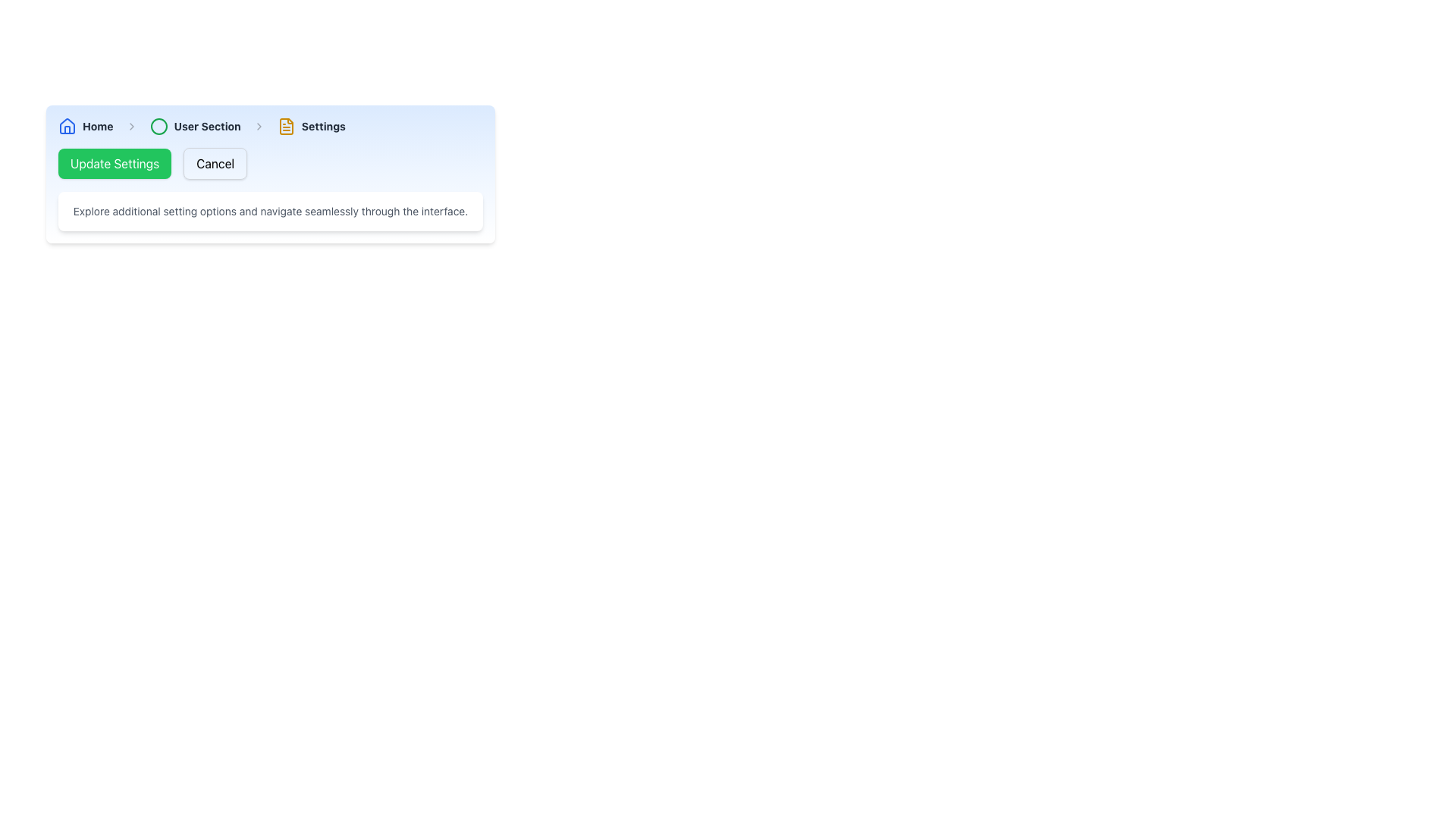  What do you see at coordinates (85, 125) in the screenshot?
I see `the 'Home' breadcrumb navigation item, which consists of a blue house icon and bold gray text` at bounding box center [85, 125].